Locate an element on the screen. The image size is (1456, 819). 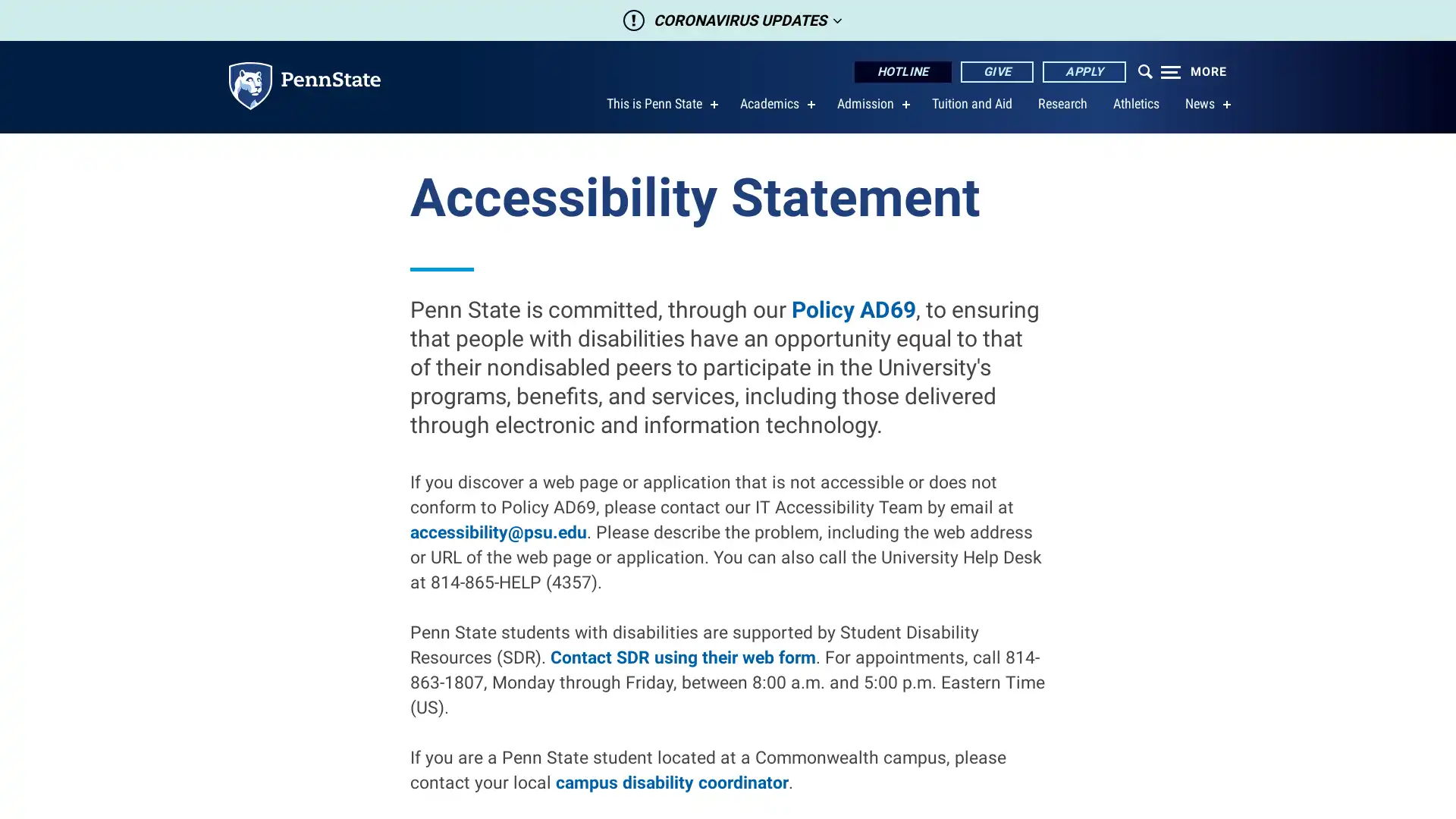
show submenu for Admission is located at coordinates (899, 104).